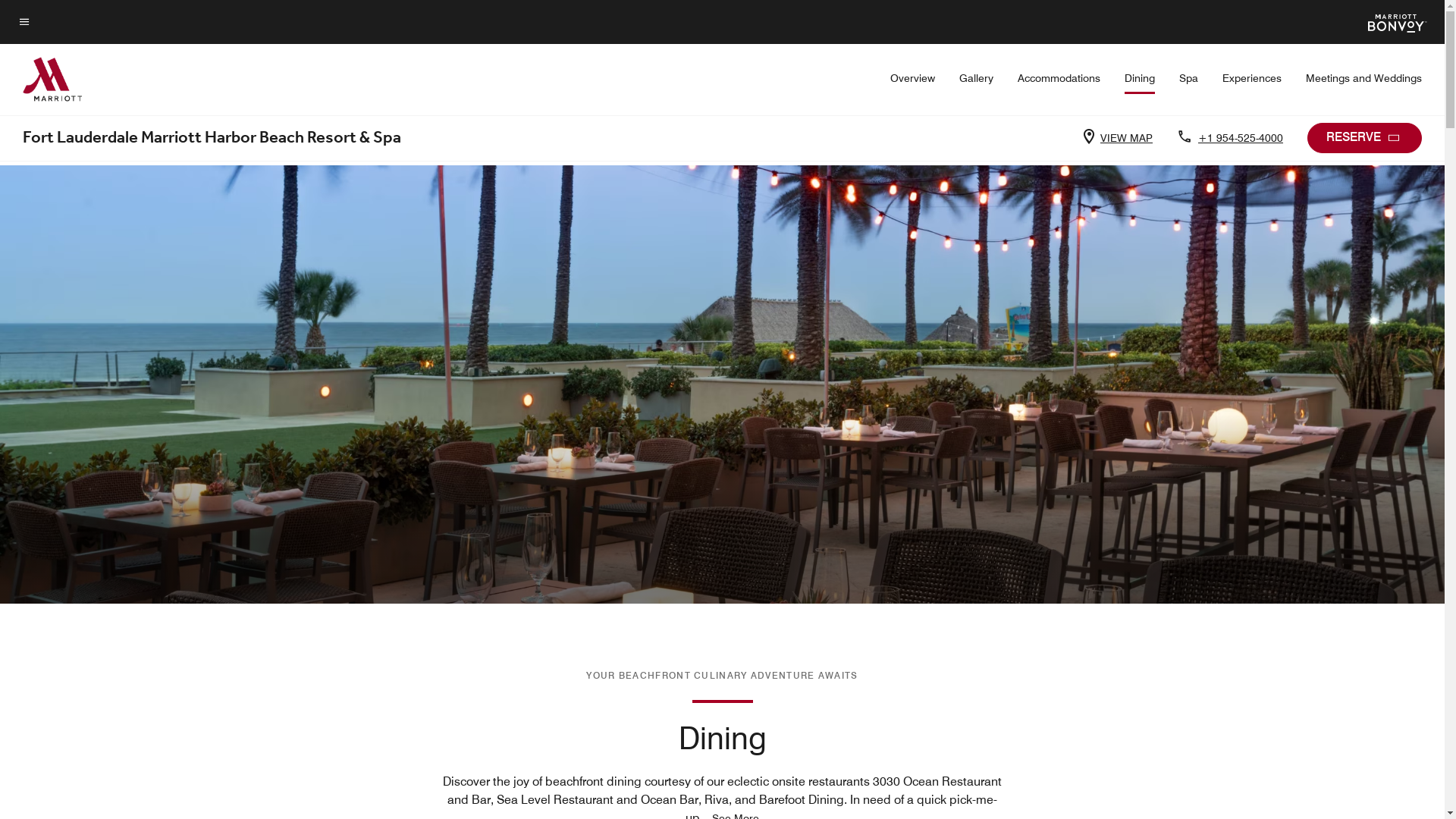 Image resolution: width=1456 pixels, height=819 pixels. What do you see at coordinates (1018, 78) in the screenshot?
I see `'Accommodations'` at bounding box center [1018, 78].